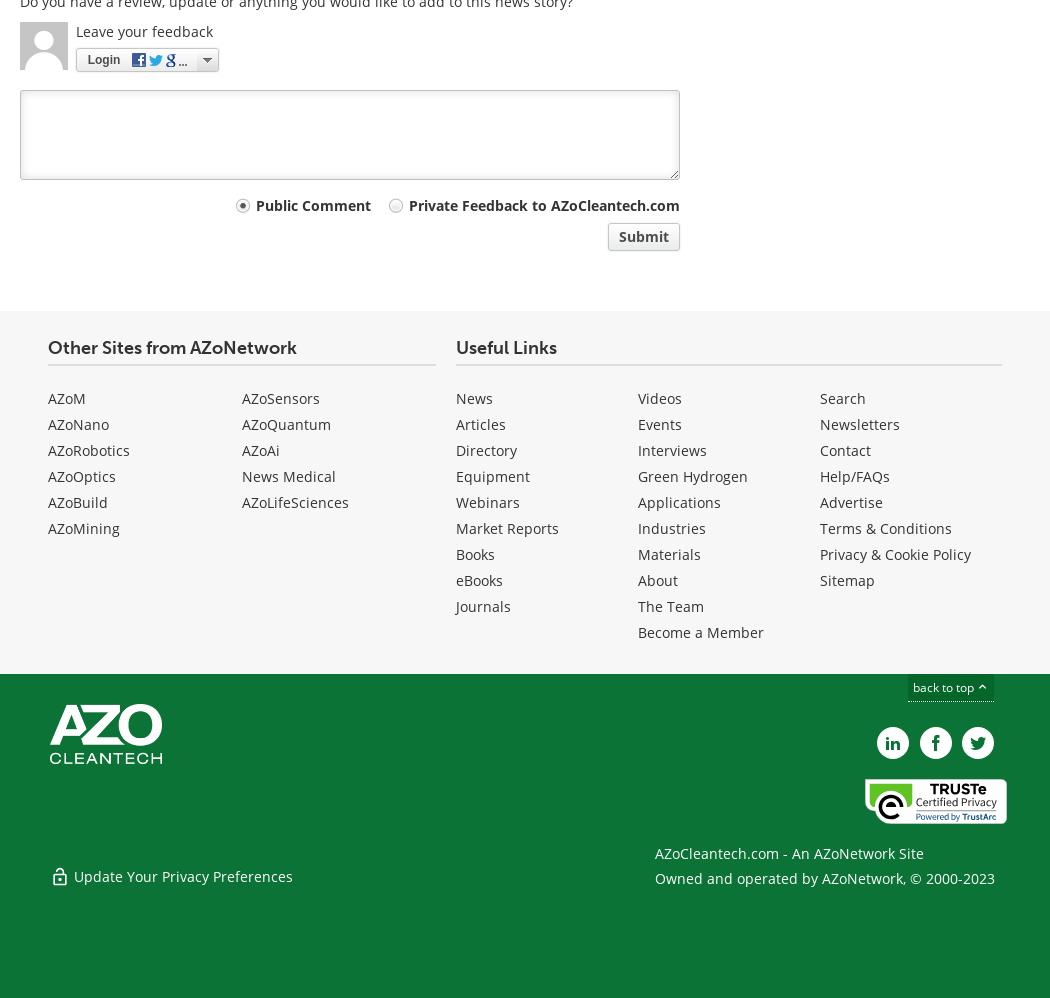 The image size is (1050, 998). What do you see at coordinates (454, 579) in the screenshot?
I see `'eBooks'` at bounding box center [454, 579].